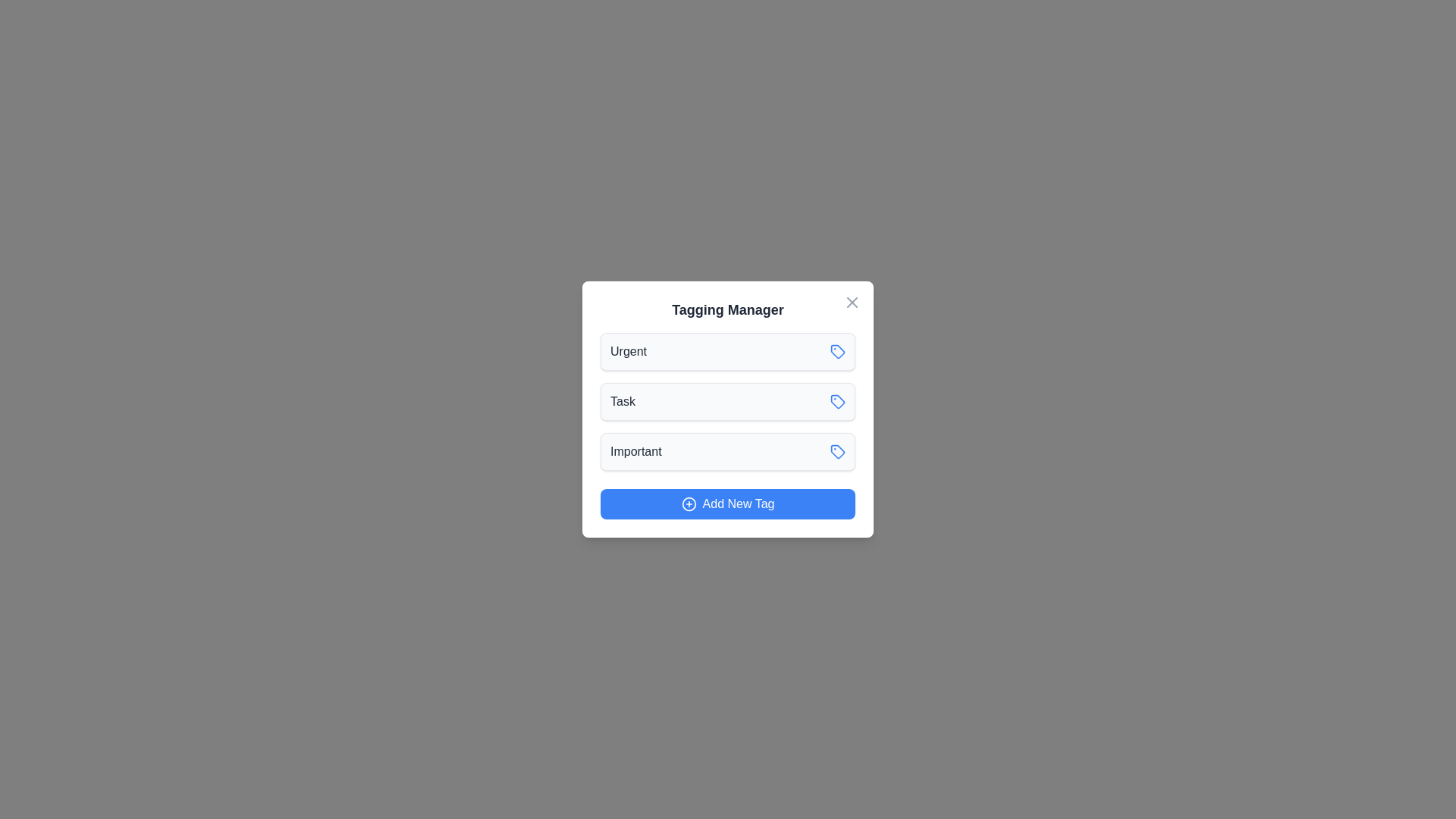 The height and width of the screenshot is (819, 1456). Describe the element at coordinates (728, 504) in the screenshot. I see `the 'Add New Tag' button` at that location.